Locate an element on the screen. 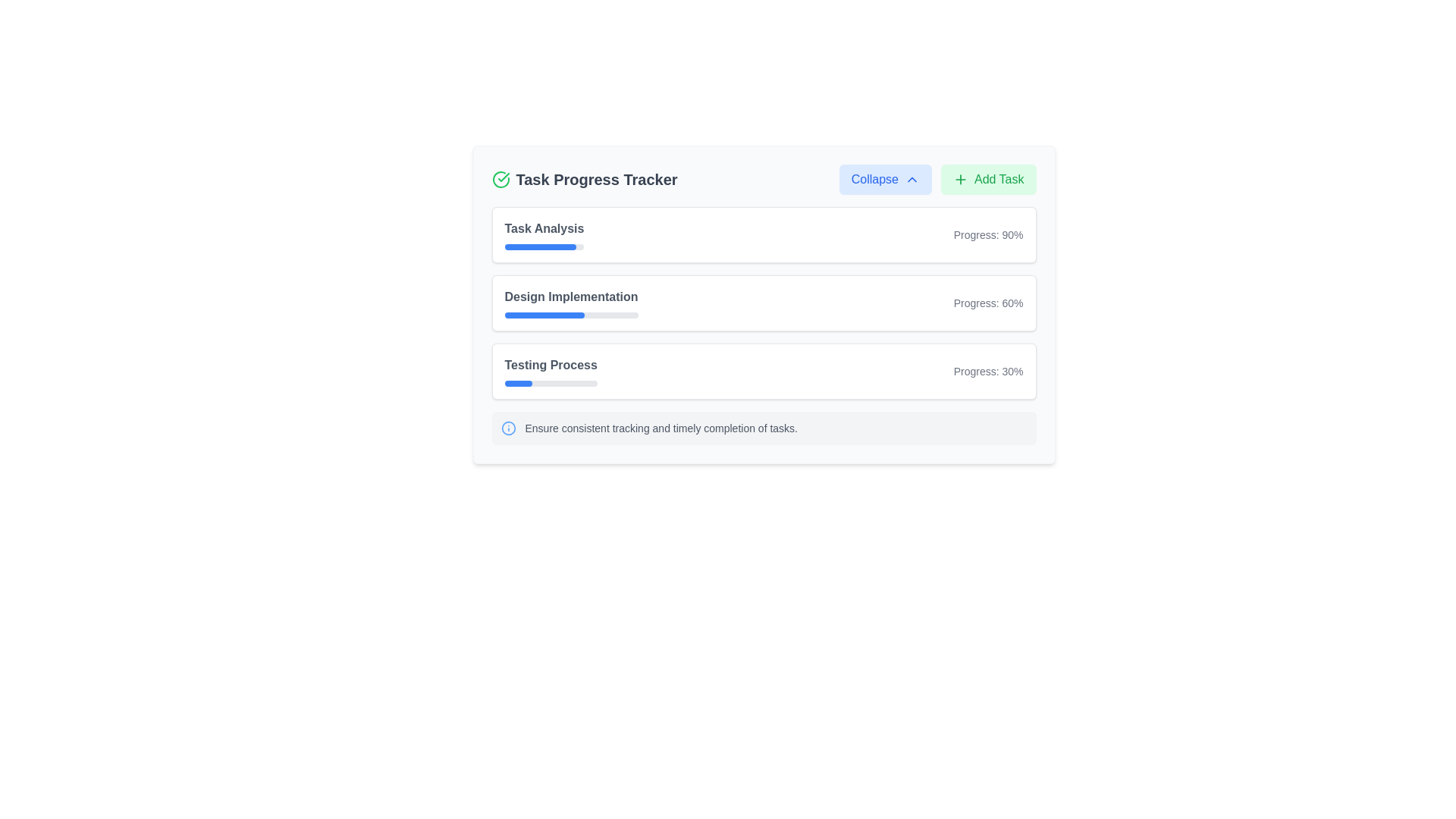 Image resolution: width=1456 pixels, height=819 pixels. 'Task Analysis' text label displayed in bold gray font, located in the 'Task Progress Tracker' section above the progress bar is located at coordinates (544, 228).